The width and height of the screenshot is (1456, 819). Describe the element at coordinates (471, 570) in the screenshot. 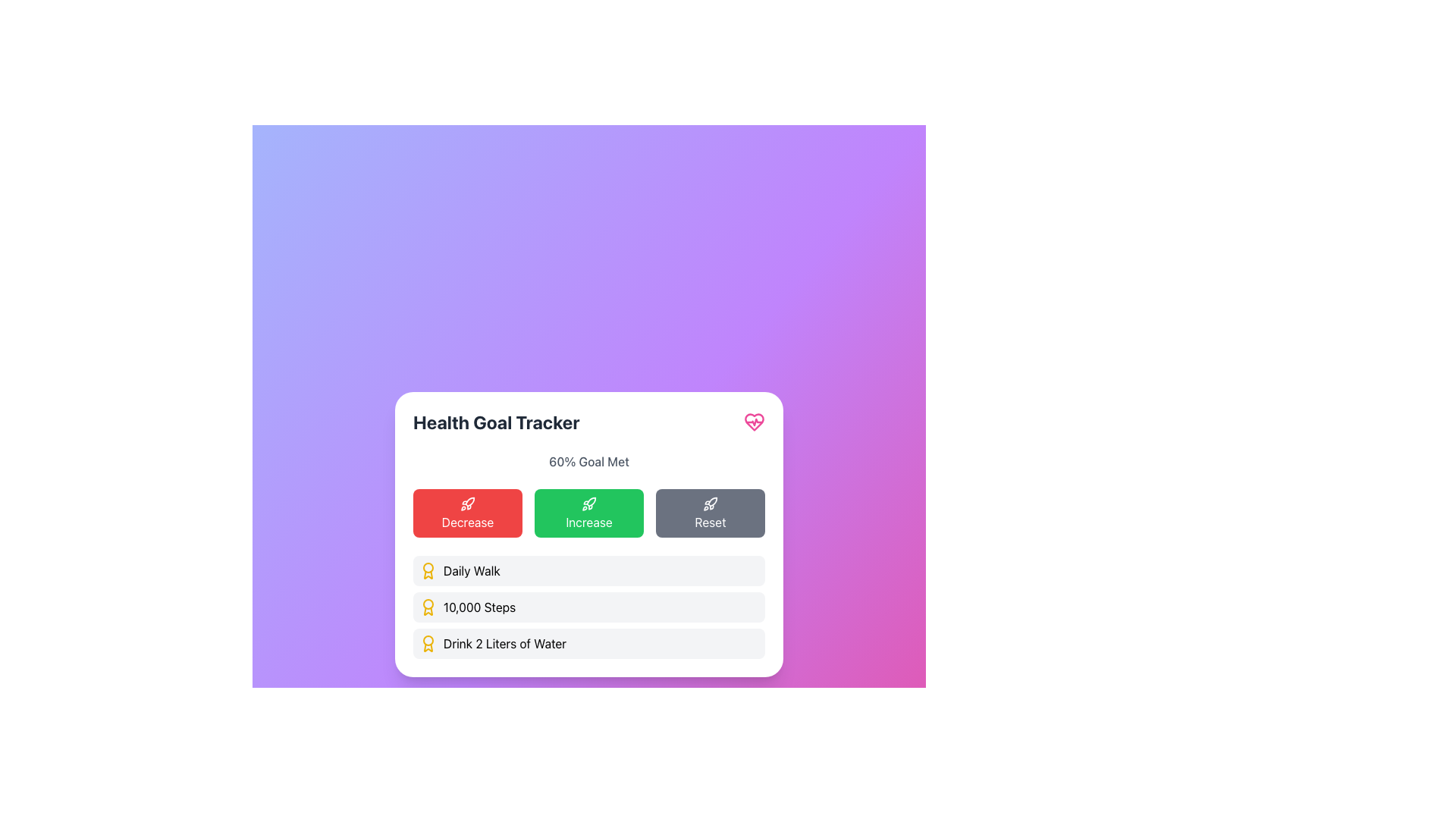

I see `the 'Daily Walk' text label in the health tracker application, which is the second element in a horizontal group below the main section` at that location.